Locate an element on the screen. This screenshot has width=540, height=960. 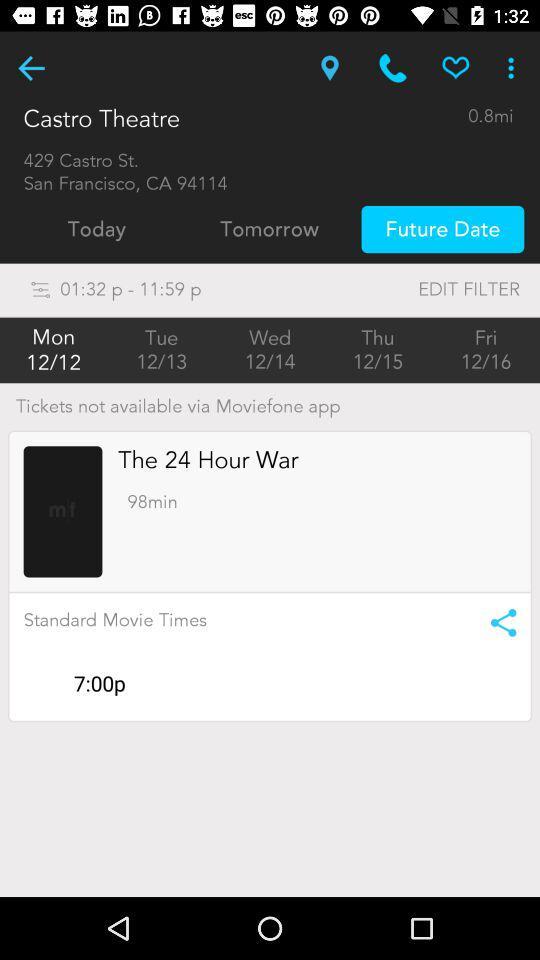
item next to the the 24 hour icon is located at coordinates (63, 510).